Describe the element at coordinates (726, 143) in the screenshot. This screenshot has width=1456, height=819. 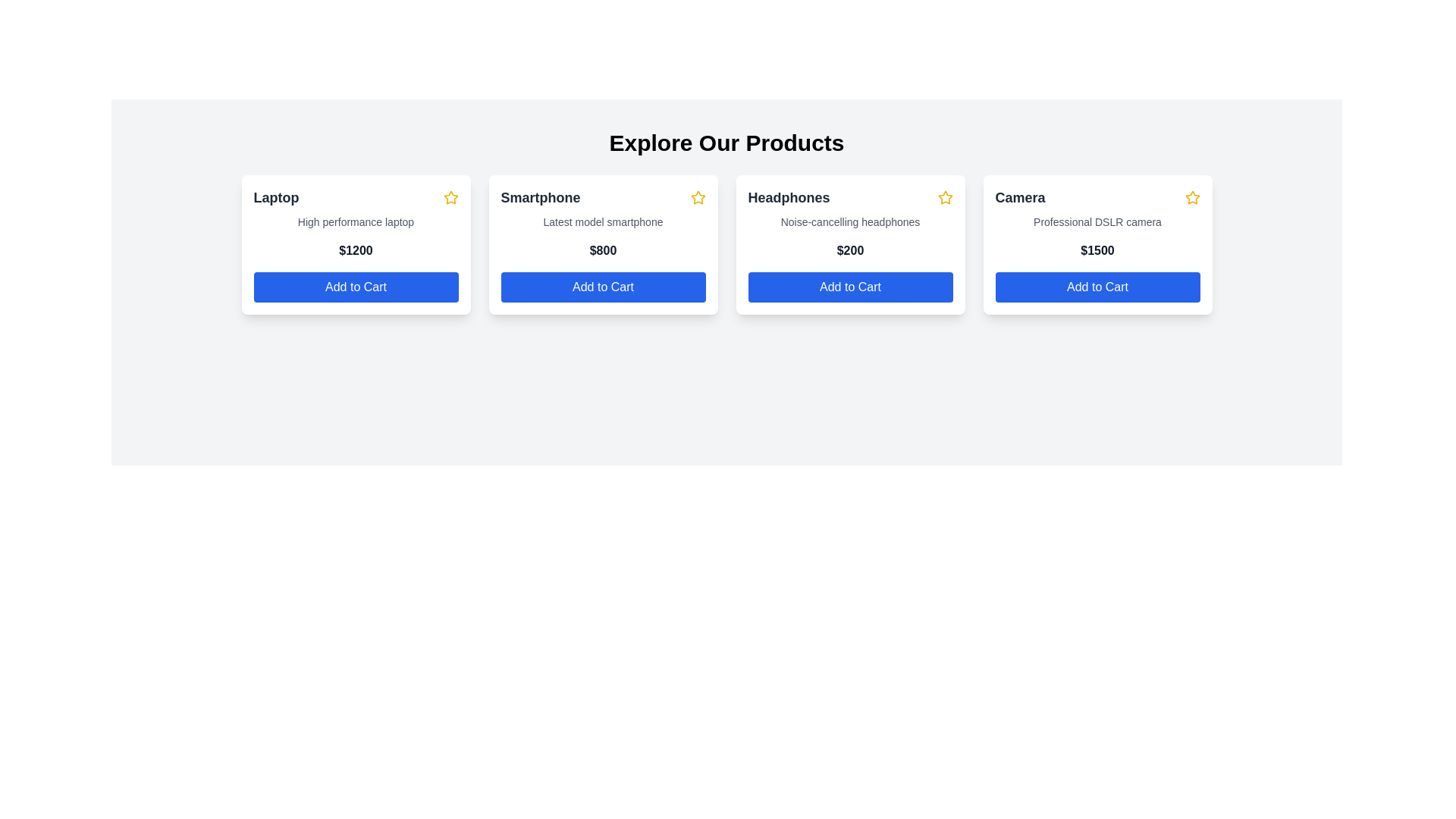
I see `bold title text element that says 'Explore Our Products', which is centered at the top of the layout above the product cards` at that location.